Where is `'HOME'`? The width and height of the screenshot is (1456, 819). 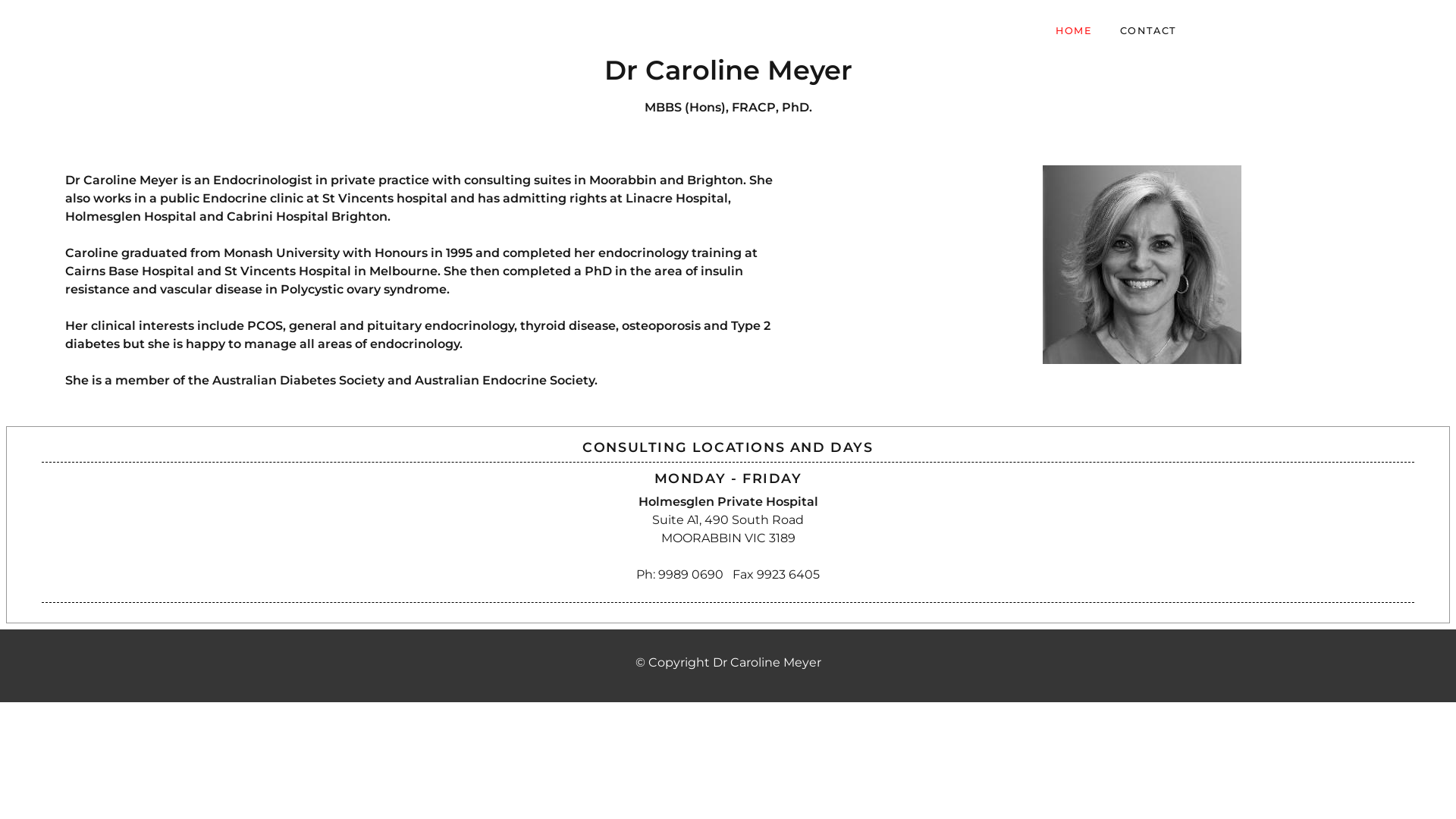 'HOME' is located at coordinates (1073, 30).